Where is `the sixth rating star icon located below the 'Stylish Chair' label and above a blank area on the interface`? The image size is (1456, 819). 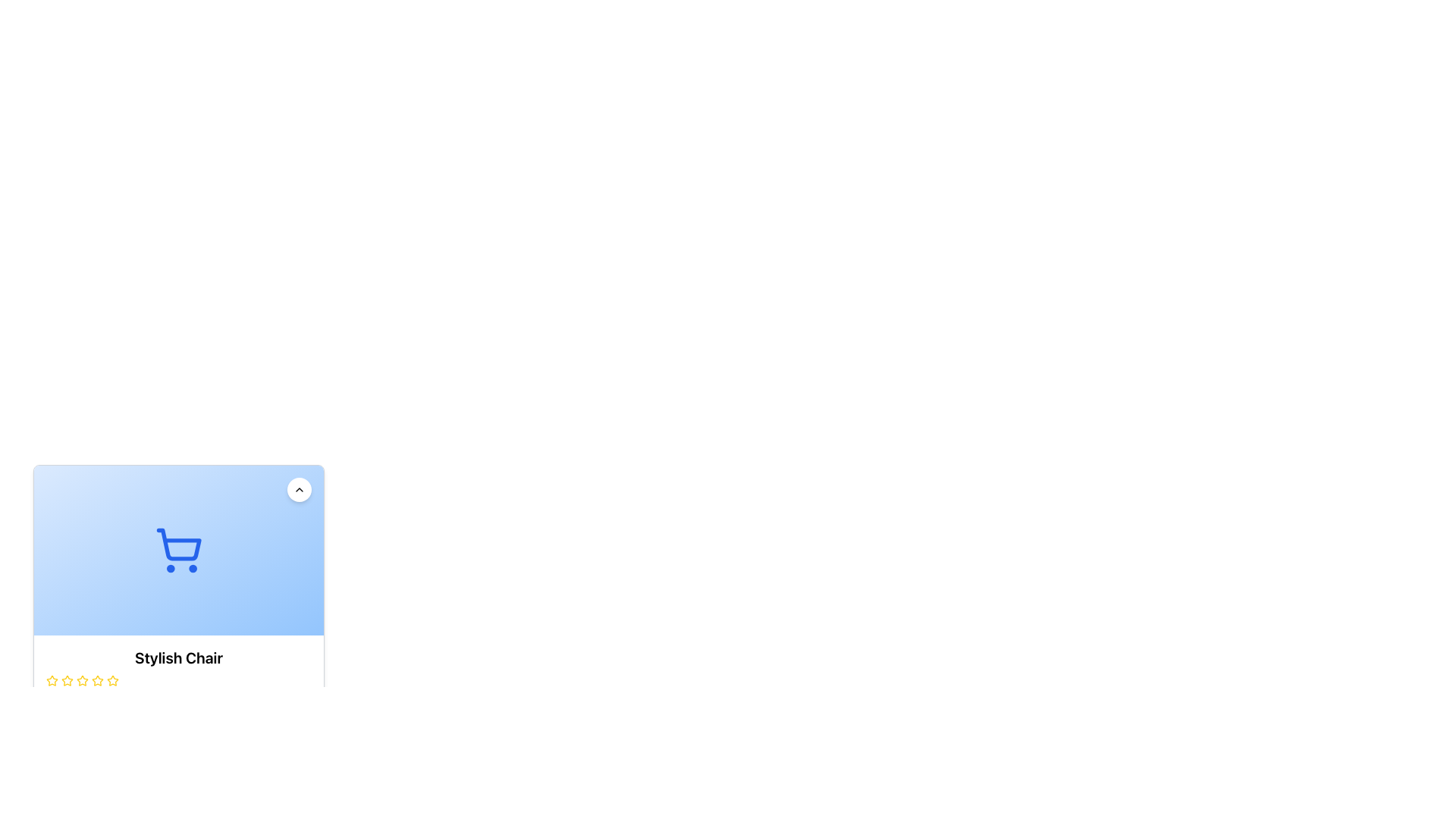
the sixth rating star icon located below the 'Stylish Chair' label and above a blank area on the interface is located at coordinates (111, 680).